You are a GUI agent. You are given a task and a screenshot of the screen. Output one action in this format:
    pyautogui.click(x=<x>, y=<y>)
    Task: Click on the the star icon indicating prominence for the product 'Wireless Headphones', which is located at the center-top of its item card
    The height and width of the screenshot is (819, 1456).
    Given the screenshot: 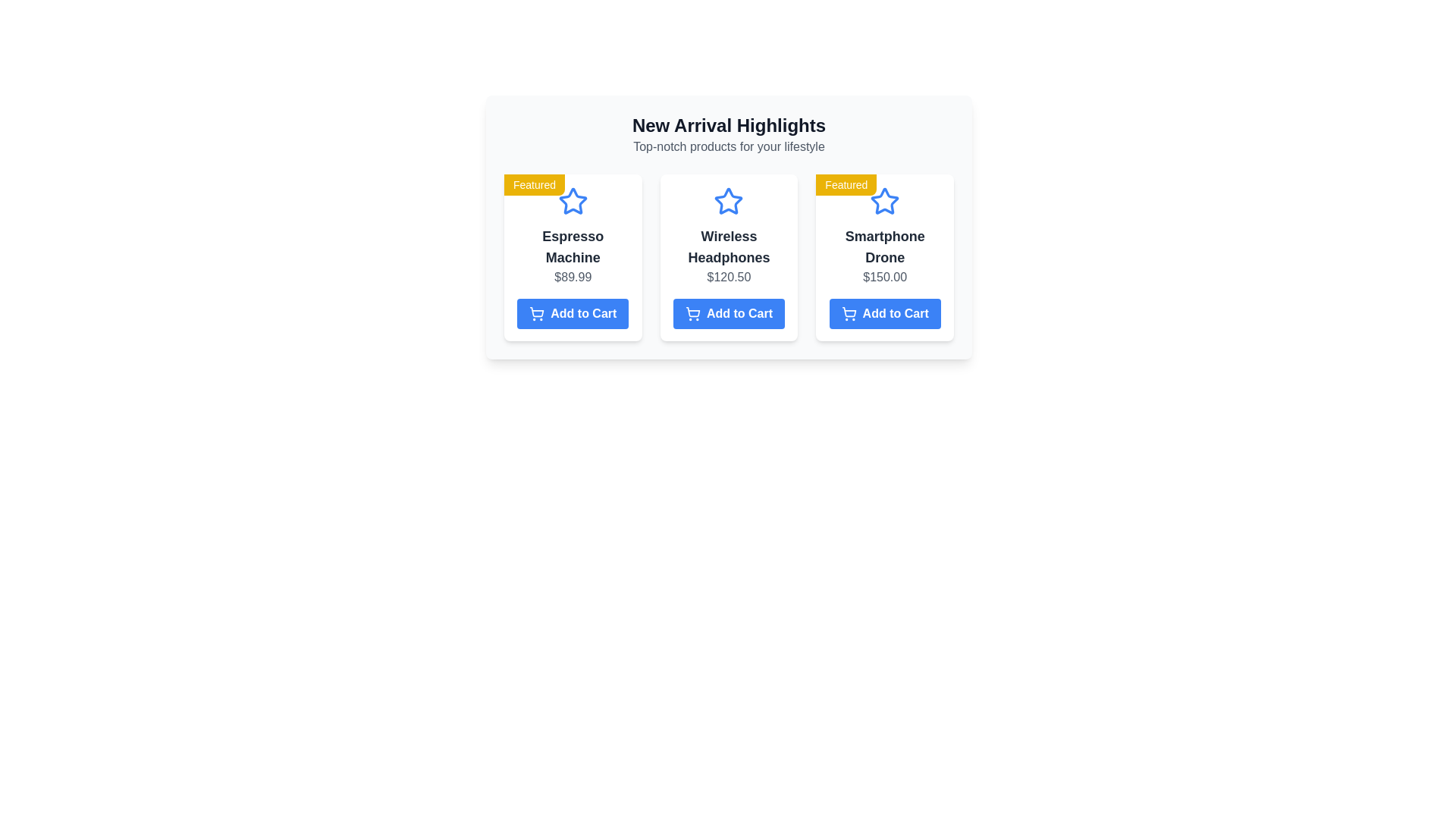 What is the action you would take?
    pyautogui.click(x=729, y=201)
    